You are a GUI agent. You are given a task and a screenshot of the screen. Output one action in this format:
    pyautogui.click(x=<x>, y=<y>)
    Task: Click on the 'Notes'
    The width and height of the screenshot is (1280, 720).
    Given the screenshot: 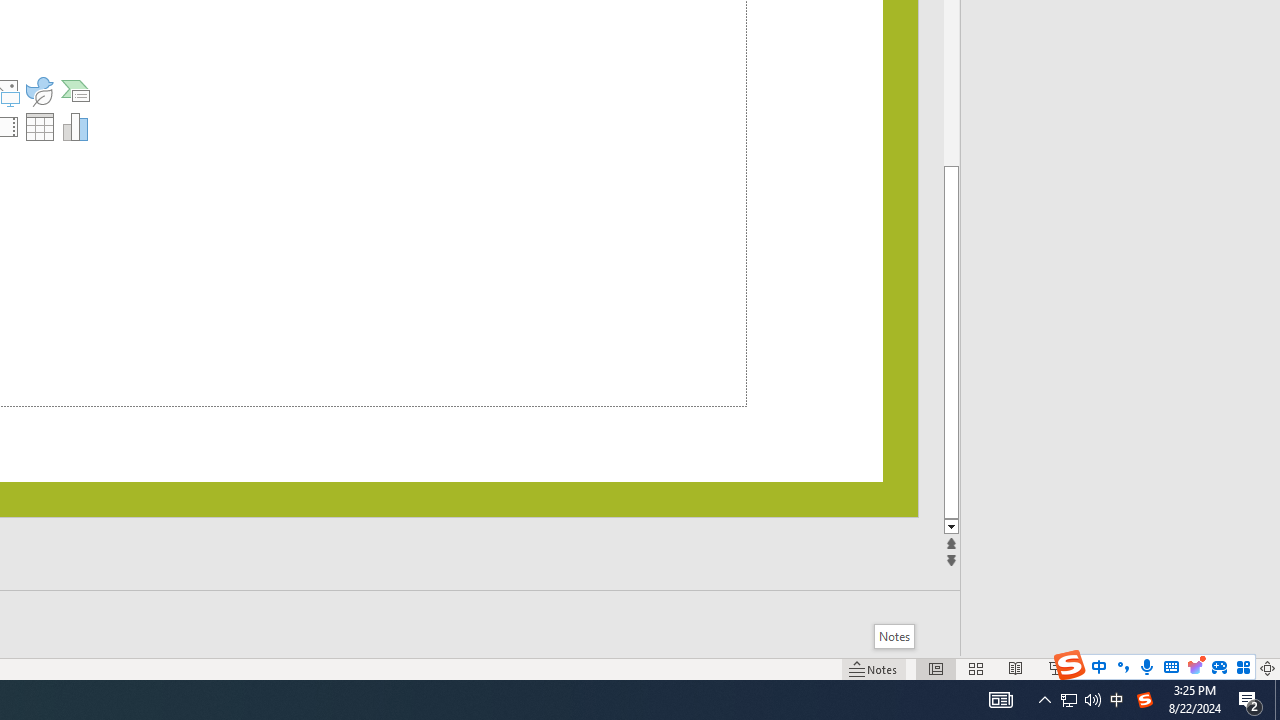 What is the action you would take?
    pyautogui.click(x=893, y=636)
    